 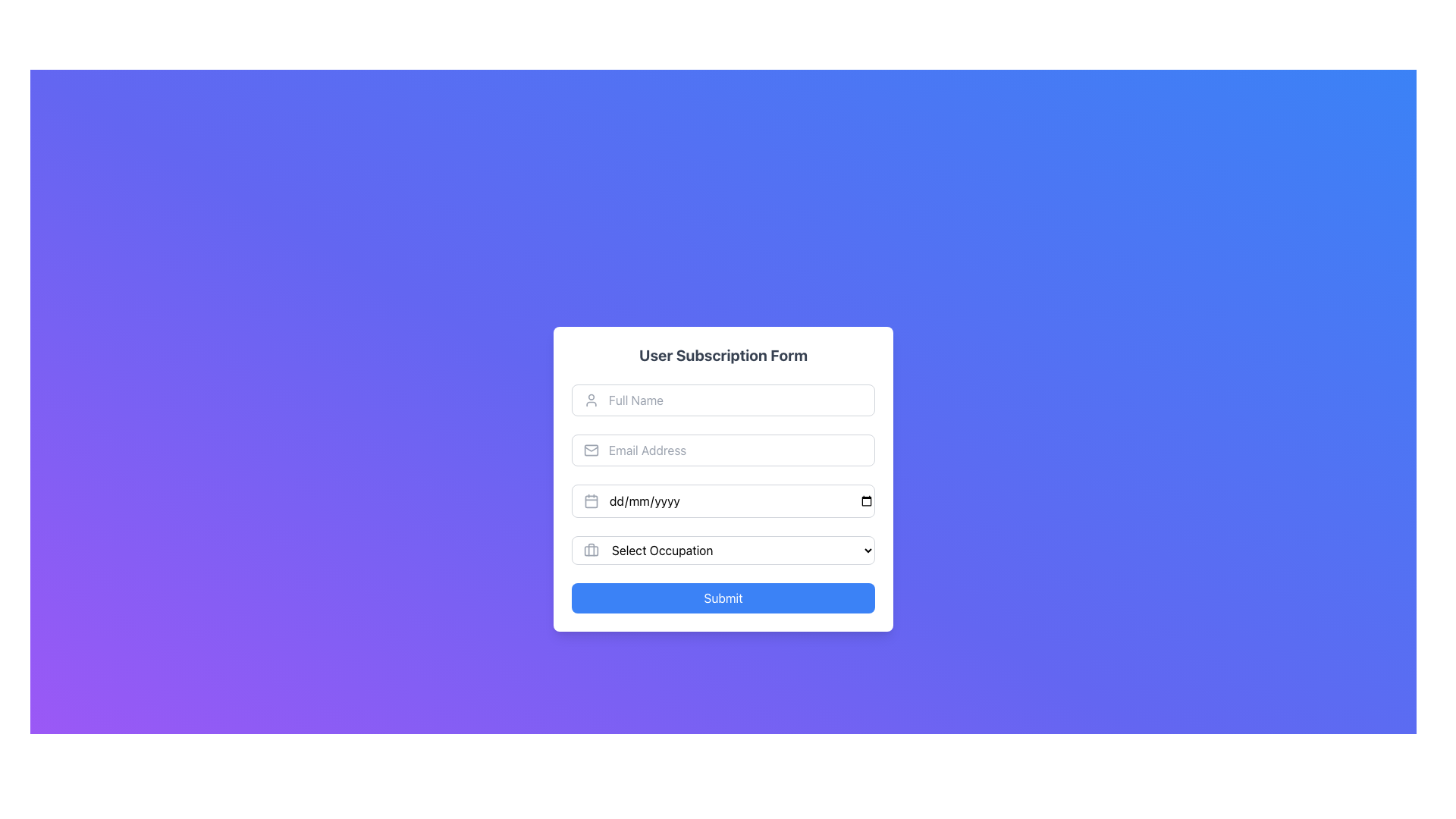 I want to click on the user profile icon located to the left of the 'Full Name' input field, so click(x=590, y=400).